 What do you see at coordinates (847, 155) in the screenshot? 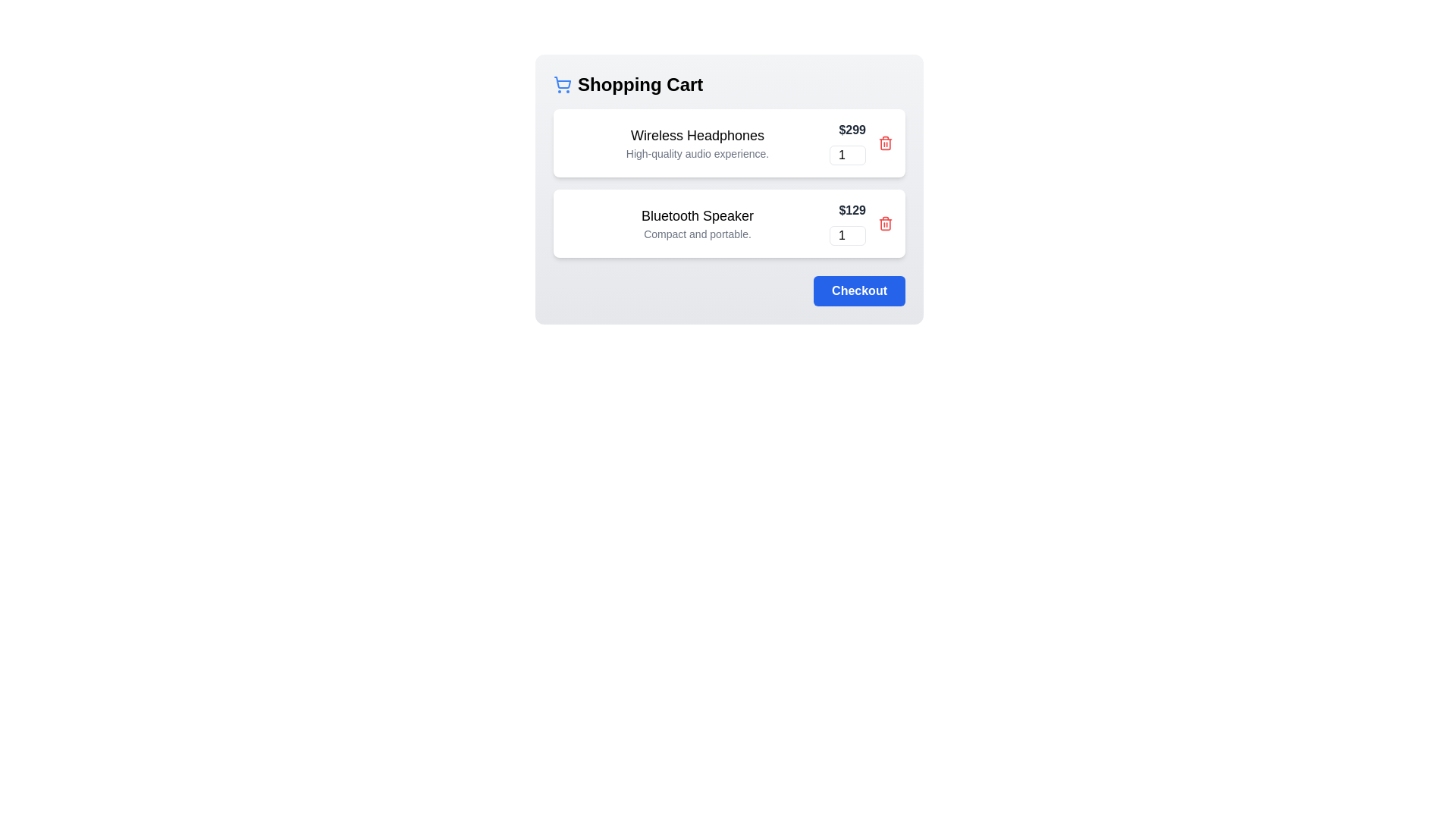
I see `the quantity of the item to 1 by interacting with the input field` at bounding box center [847, 155].